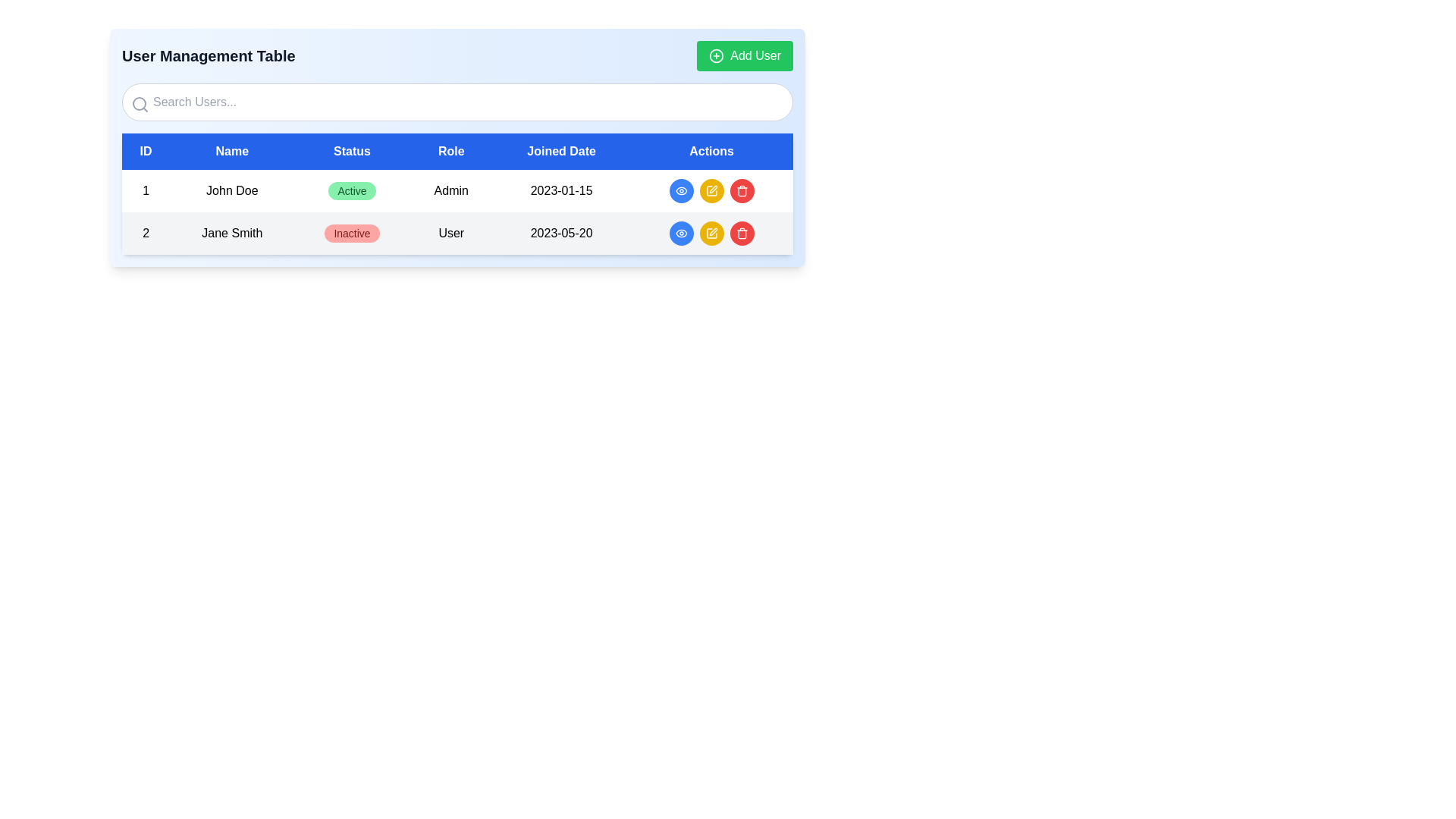 The image size is (1456, 819). I want to click on the text label with a blue background and white text displaying 'Role', located in the fourth position of a table header row, so click(450, 152).